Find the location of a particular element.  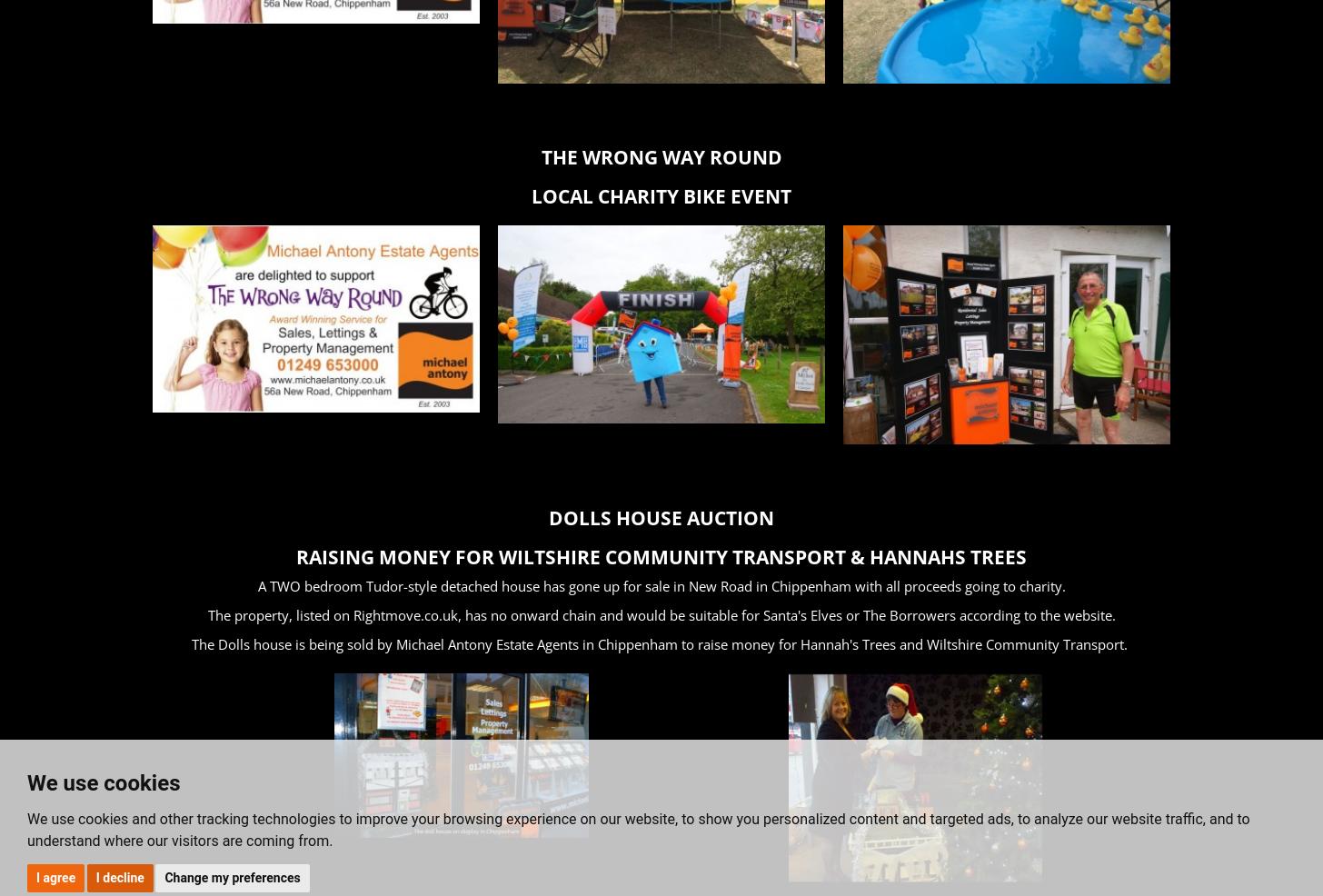

'We use cookies' is located at coordinates (104, 782).